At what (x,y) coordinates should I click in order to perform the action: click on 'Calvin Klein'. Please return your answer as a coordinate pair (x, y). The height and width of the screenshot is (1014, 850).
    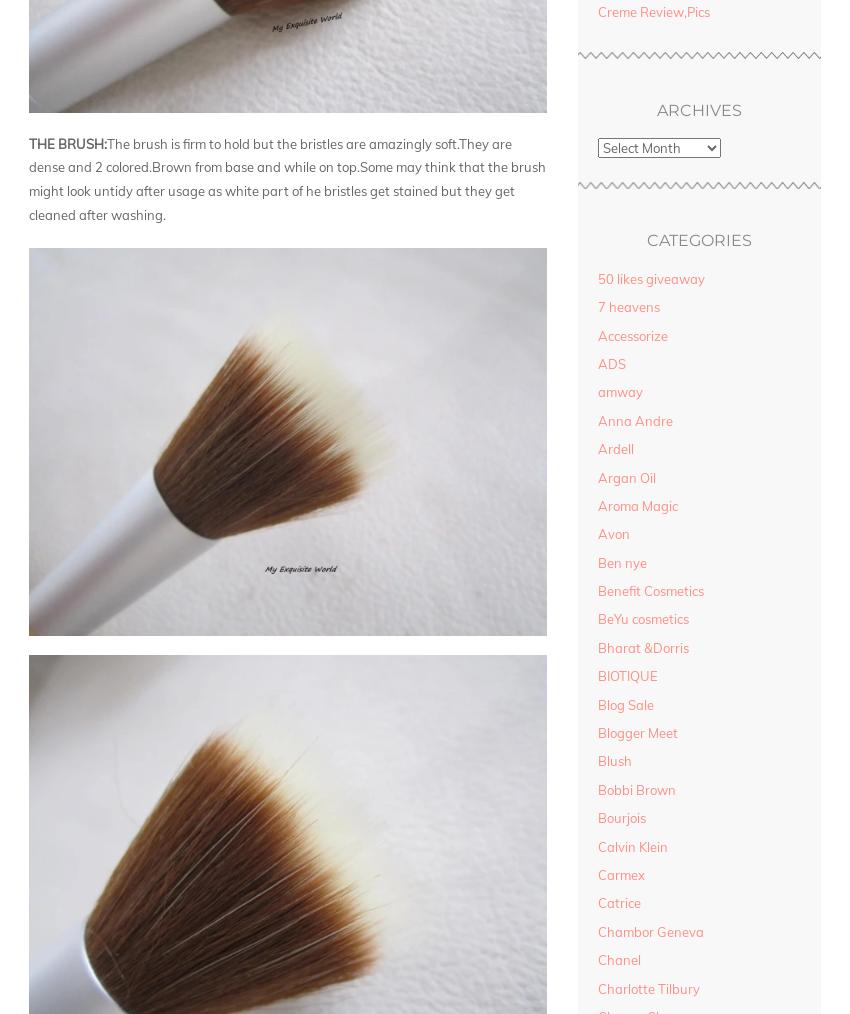
    Looking at the image, I should click on (596, 845).